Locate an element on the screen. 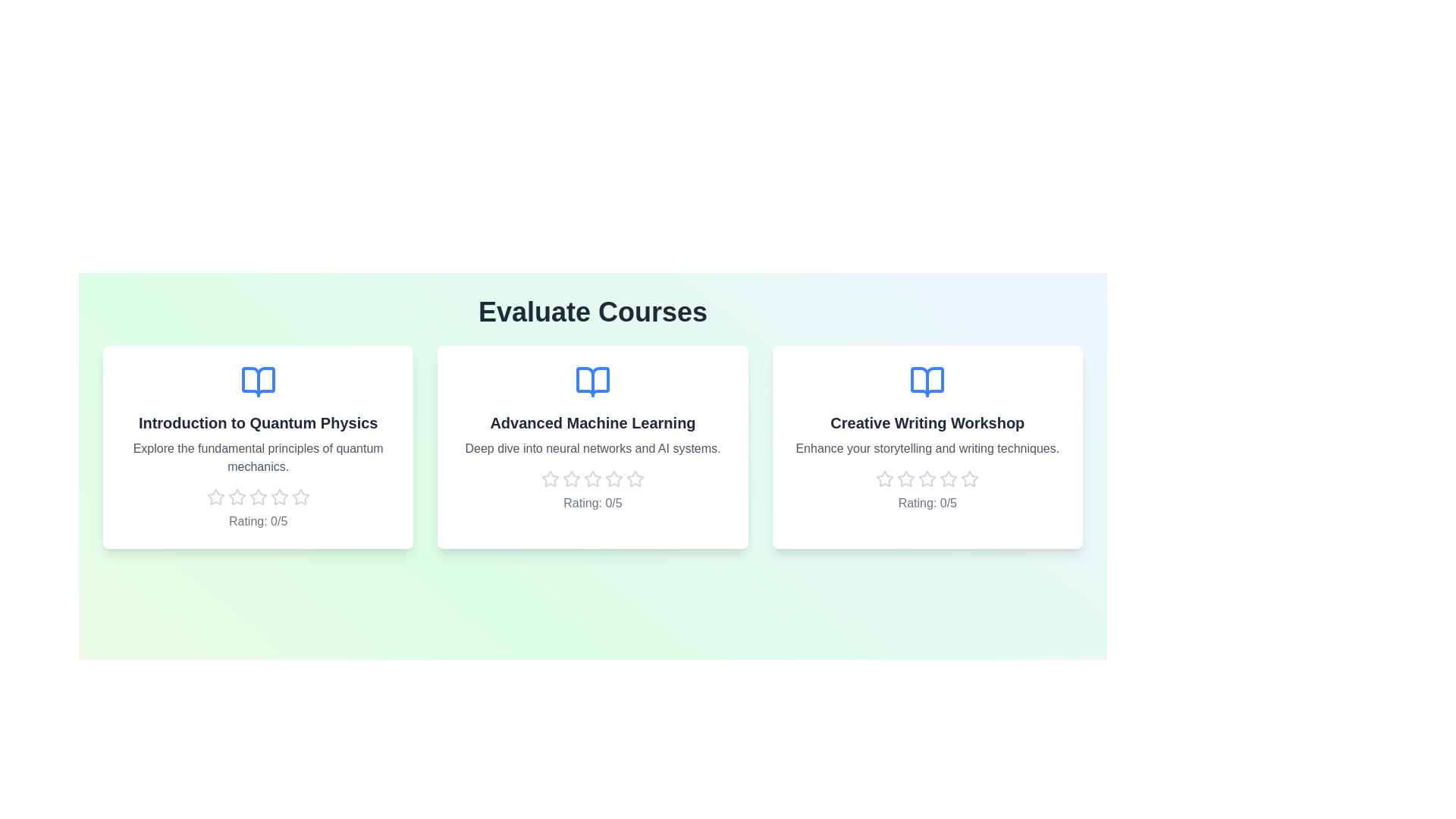 This screenshot has width=1456, height=819. the title of the course Creative Writing Workshop is located at coordinates (927, 423).